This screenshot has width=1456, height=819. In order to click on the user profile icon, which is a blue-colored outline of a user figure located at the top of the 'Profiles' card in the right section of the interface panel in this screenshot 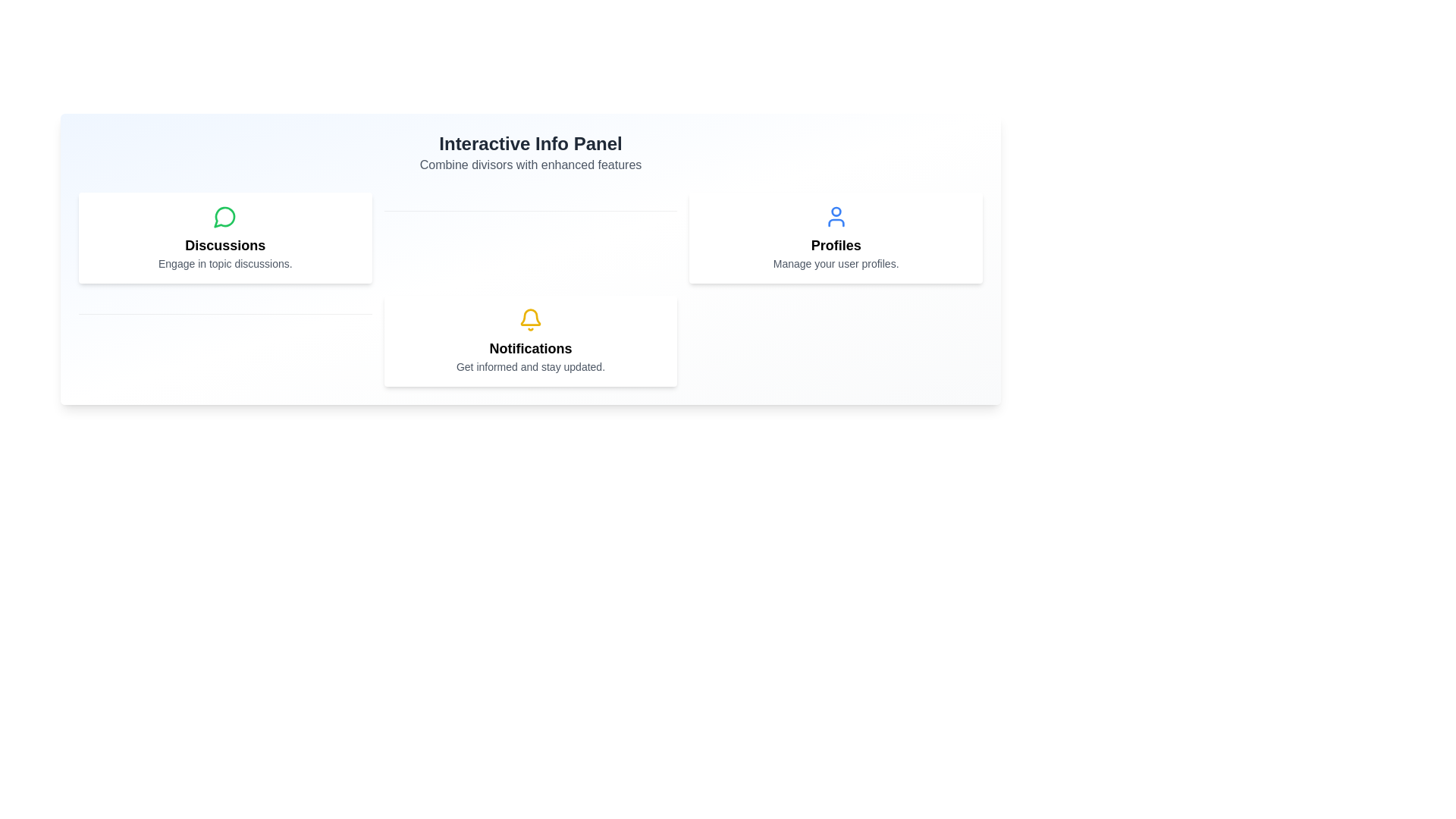, I will do `click(835, 216)`.